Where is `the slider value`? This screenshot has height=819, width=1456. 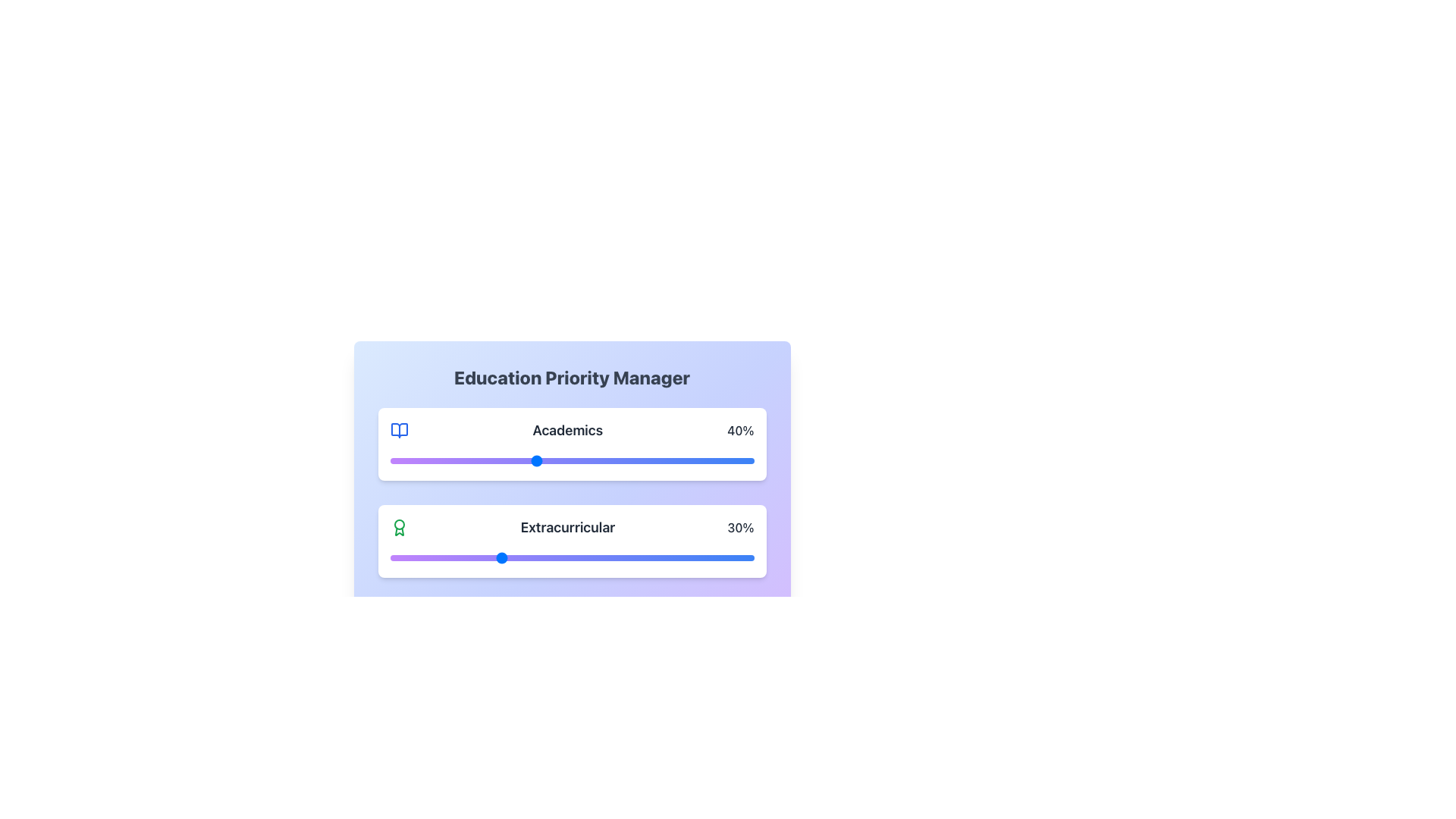
the slider value is located at coordinates (746, 460).